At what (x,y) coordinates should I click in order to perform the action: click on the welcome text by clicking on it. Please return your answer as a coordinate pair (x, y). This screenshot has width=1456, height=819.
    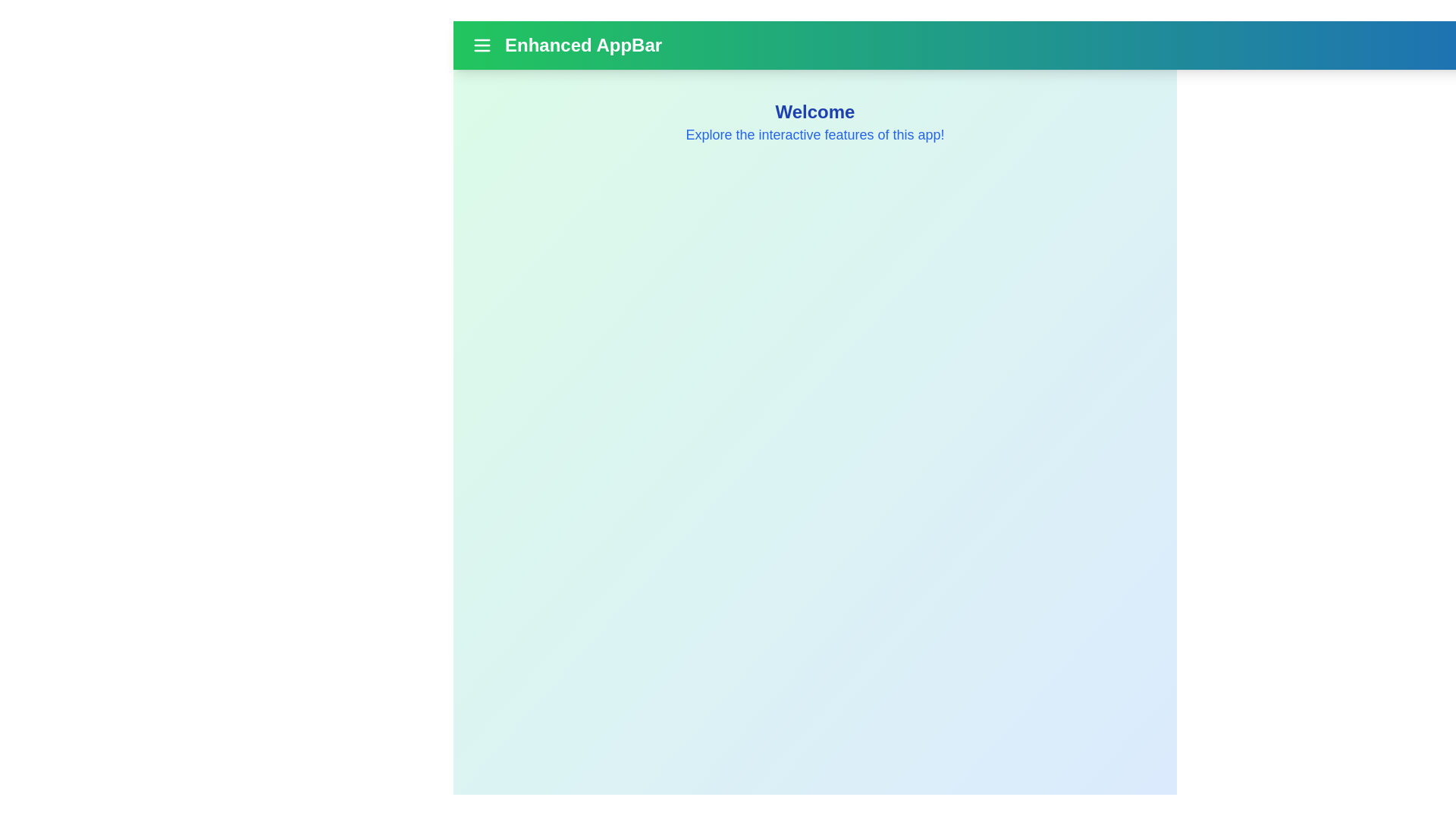
    Looking at the image, I should click on (814, 111).